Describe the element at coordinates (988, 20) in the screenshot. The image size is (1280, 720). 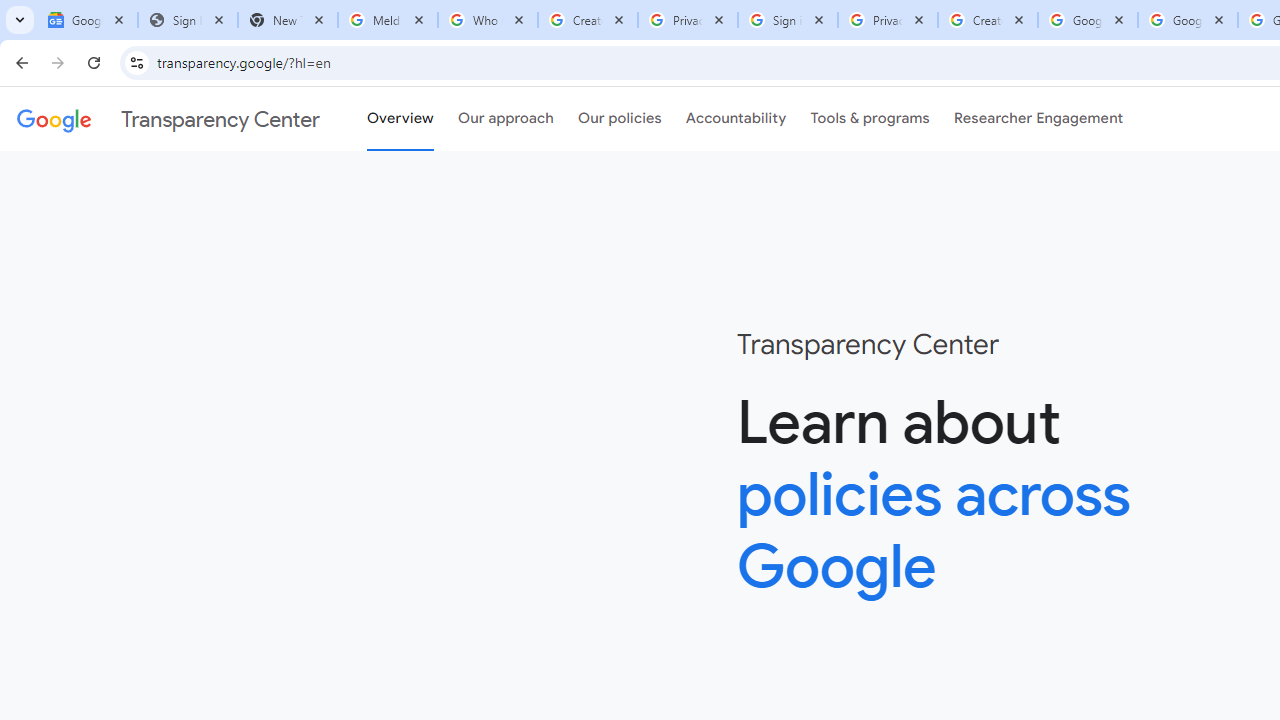
I see `'Create your Google Account'` at that location.